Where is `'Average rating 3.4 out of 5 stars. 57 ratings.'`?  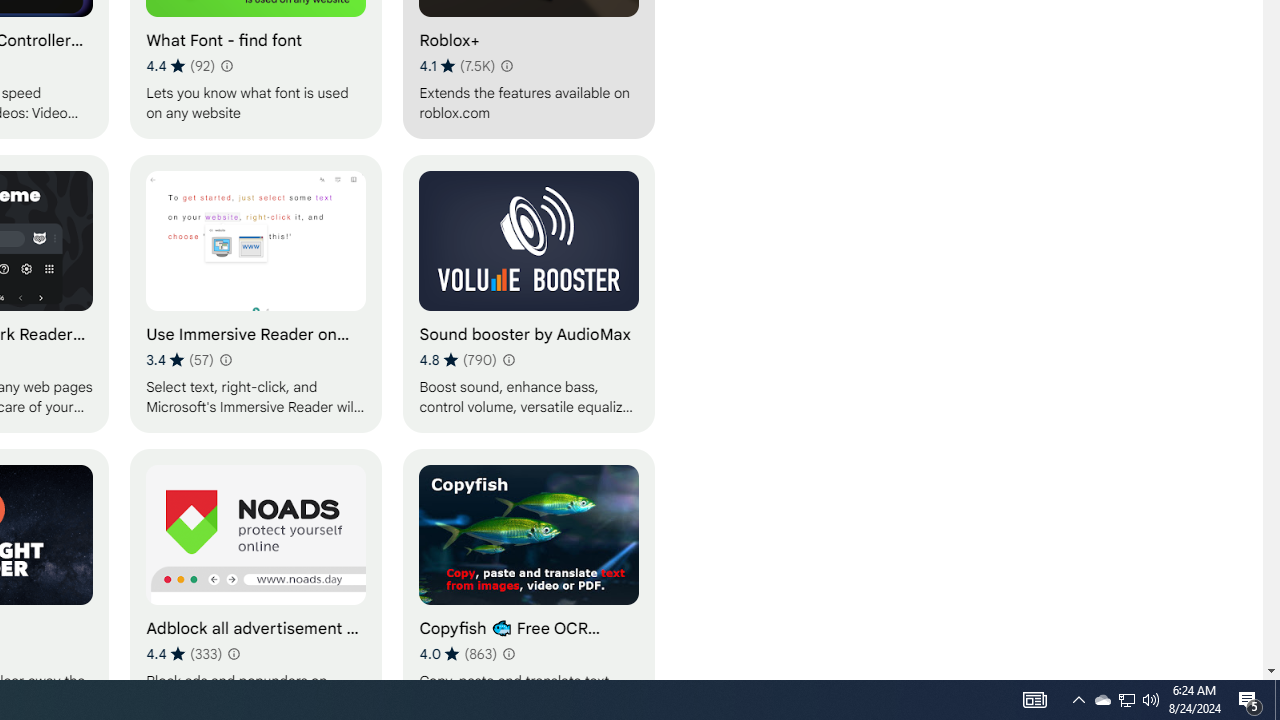
'Average rating 3.4 out of 5 stars. 57 ratings.' is located at coordinates (179, 360).